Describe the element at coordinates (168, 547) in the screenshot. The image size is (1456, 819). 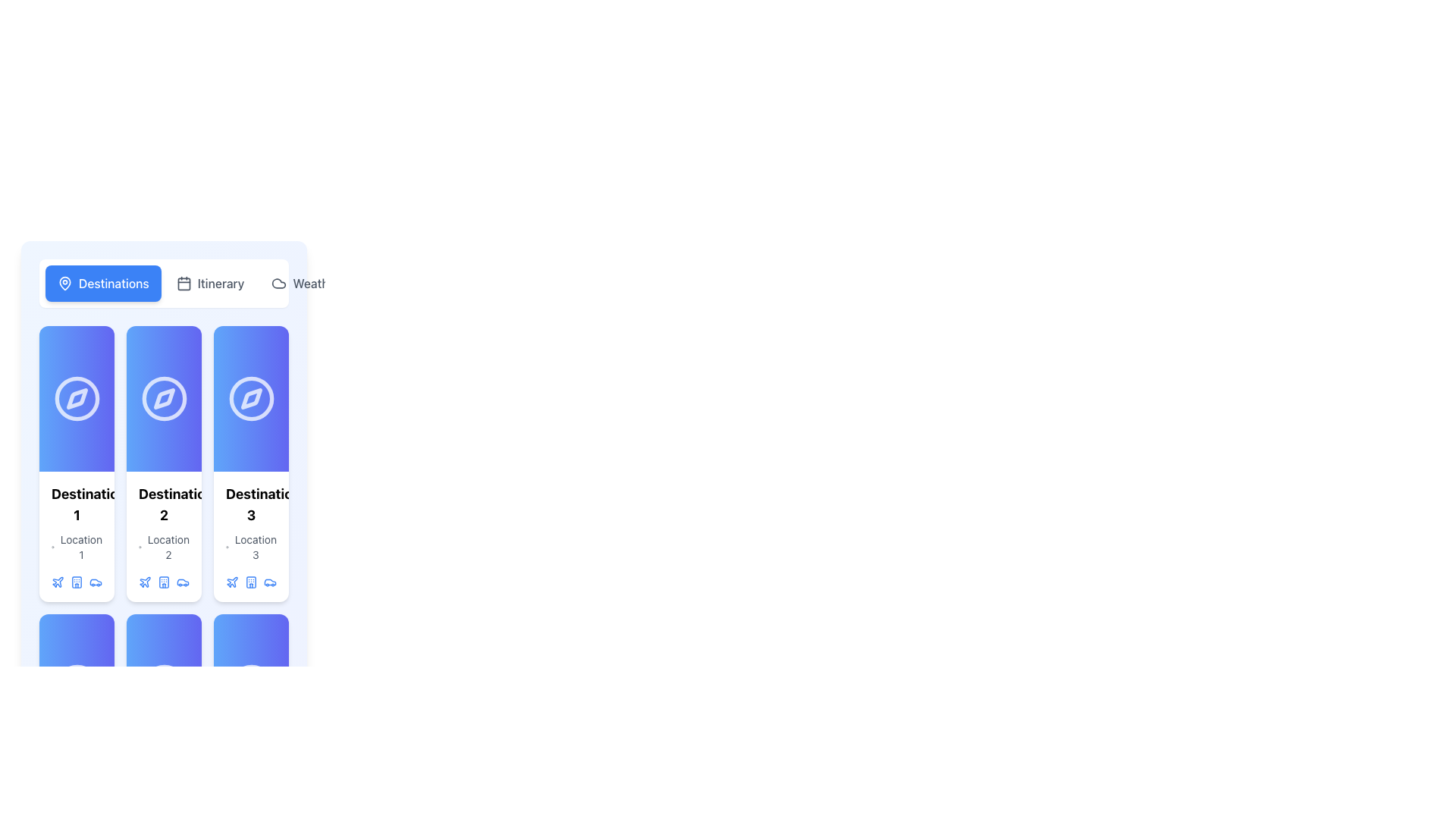
I see `text content of the label displaying 'Location 2', which is styled with gray color and located below the title 'Destination 2' in the second card layout` at that location.